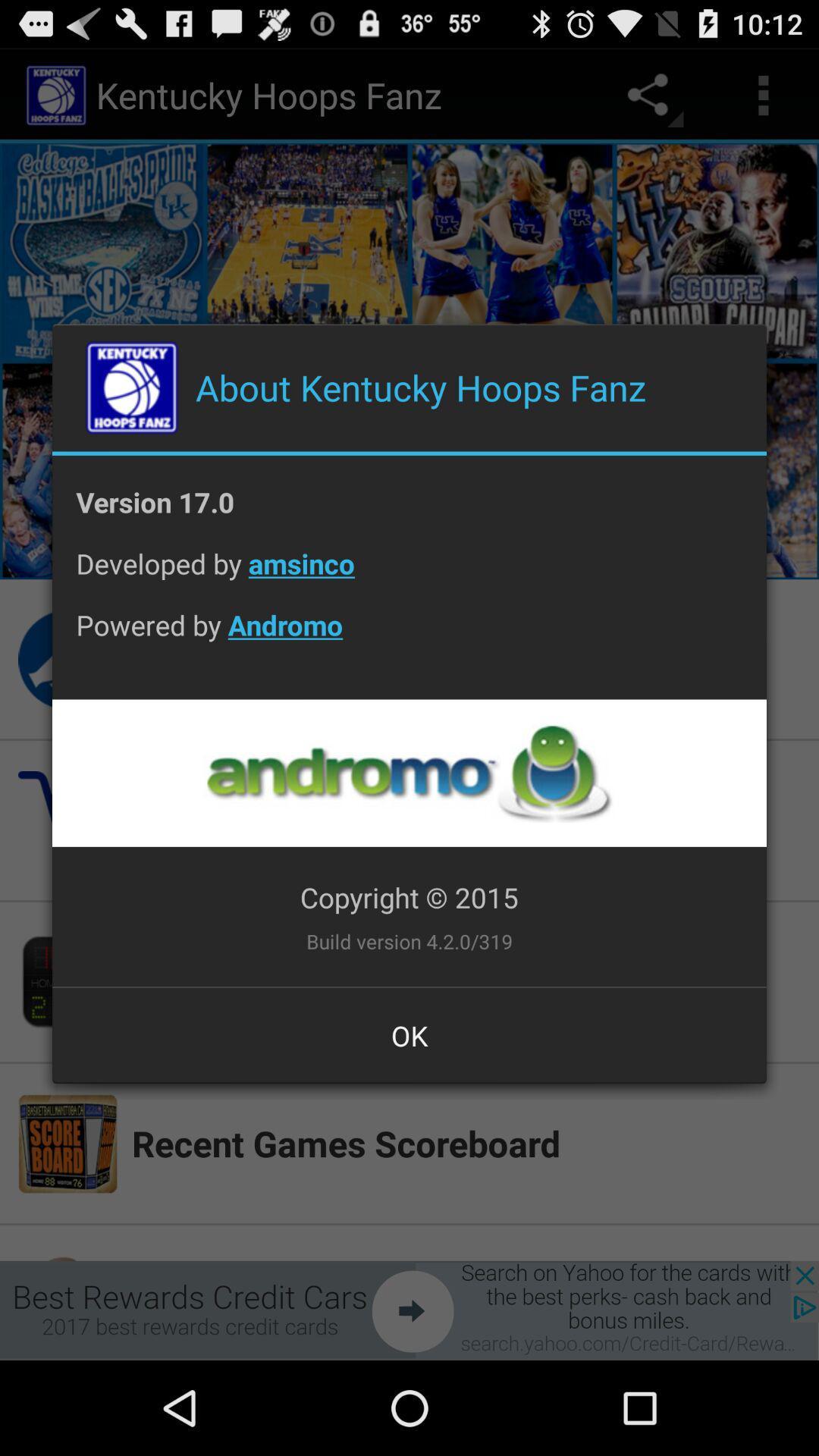 The width and height of the screenshot is (819, 1456). I want to click on item below build version 4 item, so click(409, 1034).